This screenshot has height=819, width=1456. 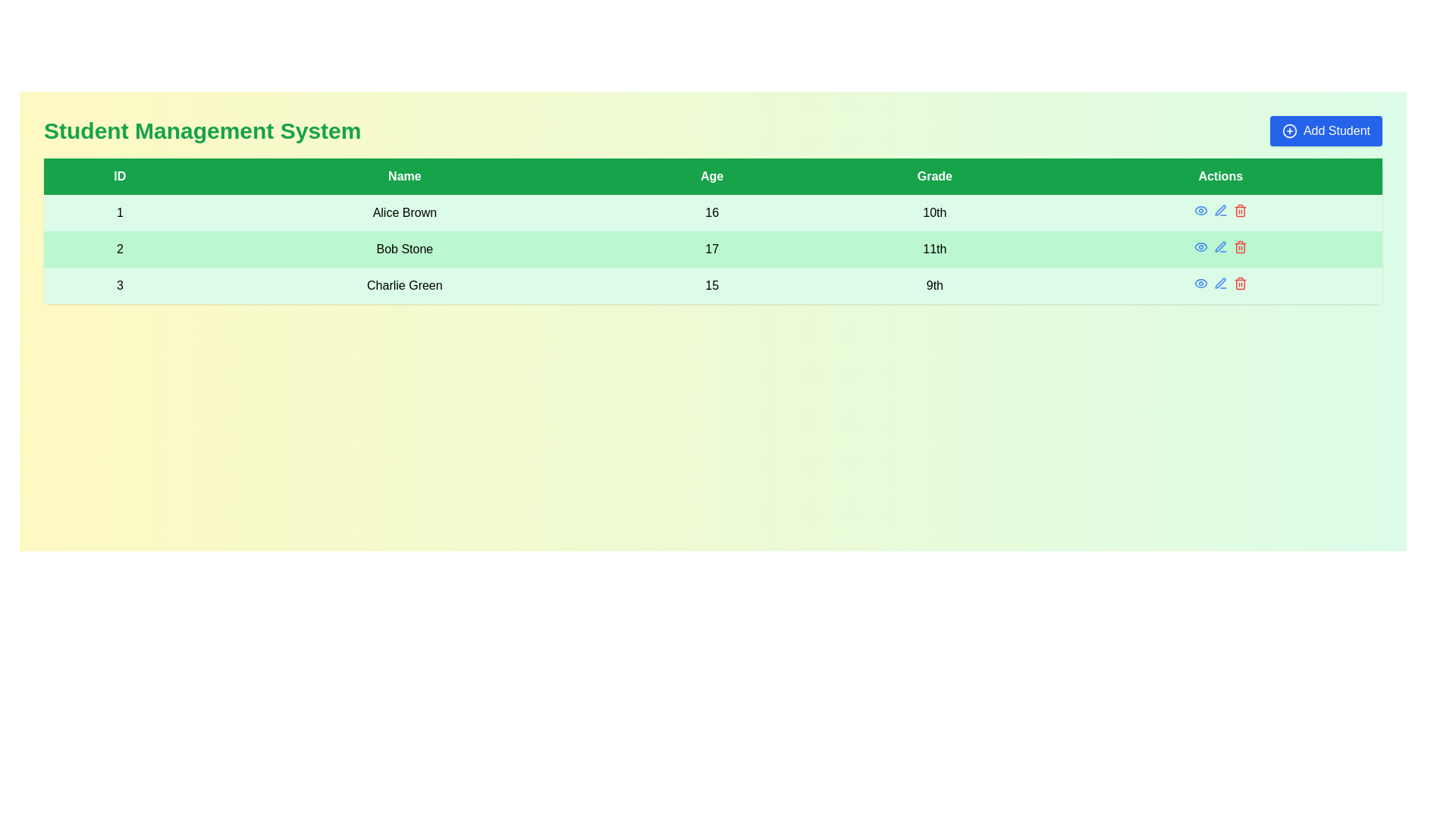 I want to click on the blue pen icon in the Actions column, located in the second row of the data table, positioned between the eye icon and the trash bin icon, so click(x=1220, y=246).